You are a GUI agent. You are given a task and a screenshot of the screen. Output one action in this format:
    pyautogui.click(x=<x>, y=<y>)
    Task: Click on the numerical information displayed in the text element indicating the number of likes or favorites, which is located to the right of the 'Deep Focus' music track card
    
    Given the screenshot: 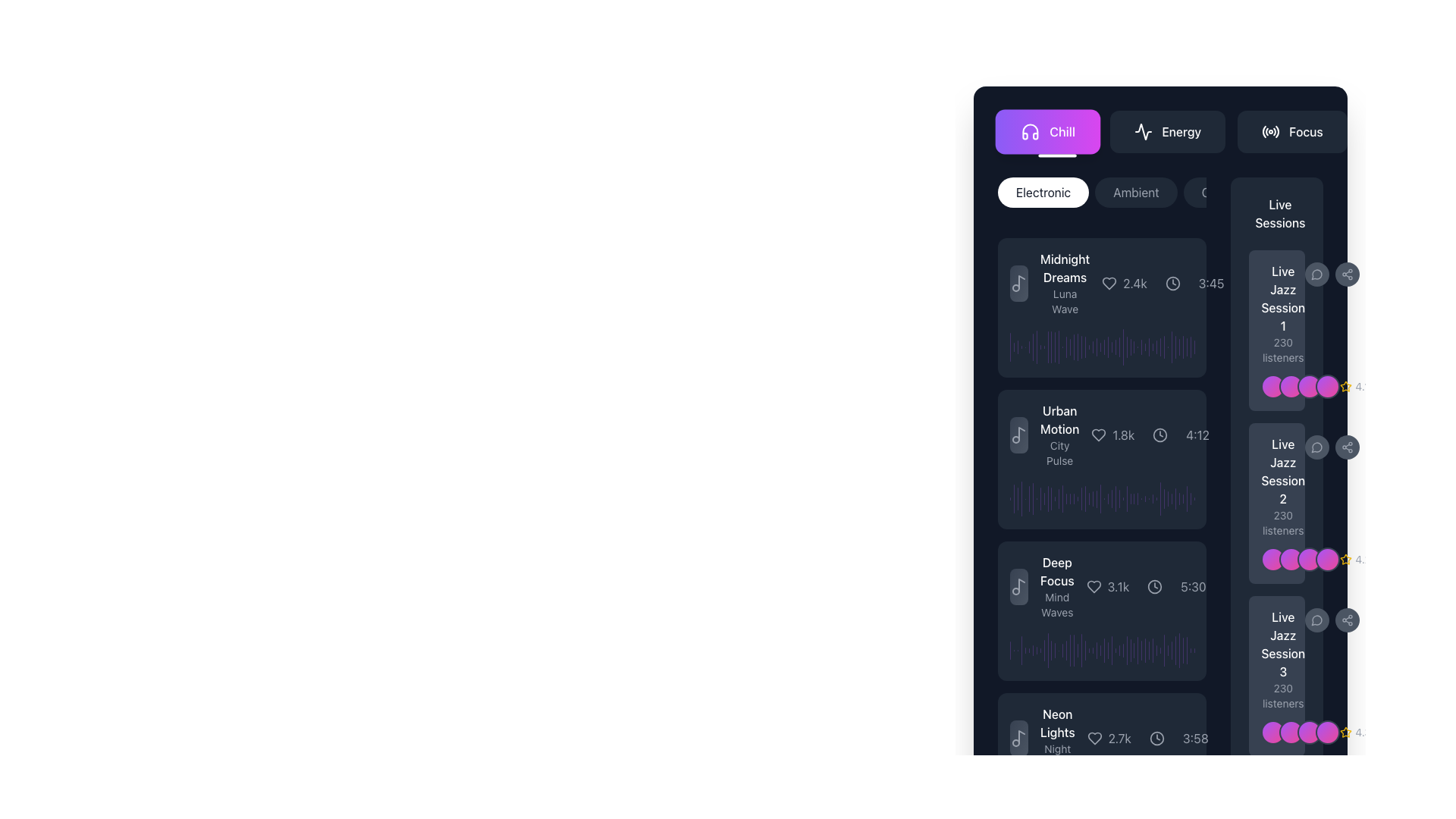 What is the action you would take?
    pyautogui.click(x=1118, y=586)
    